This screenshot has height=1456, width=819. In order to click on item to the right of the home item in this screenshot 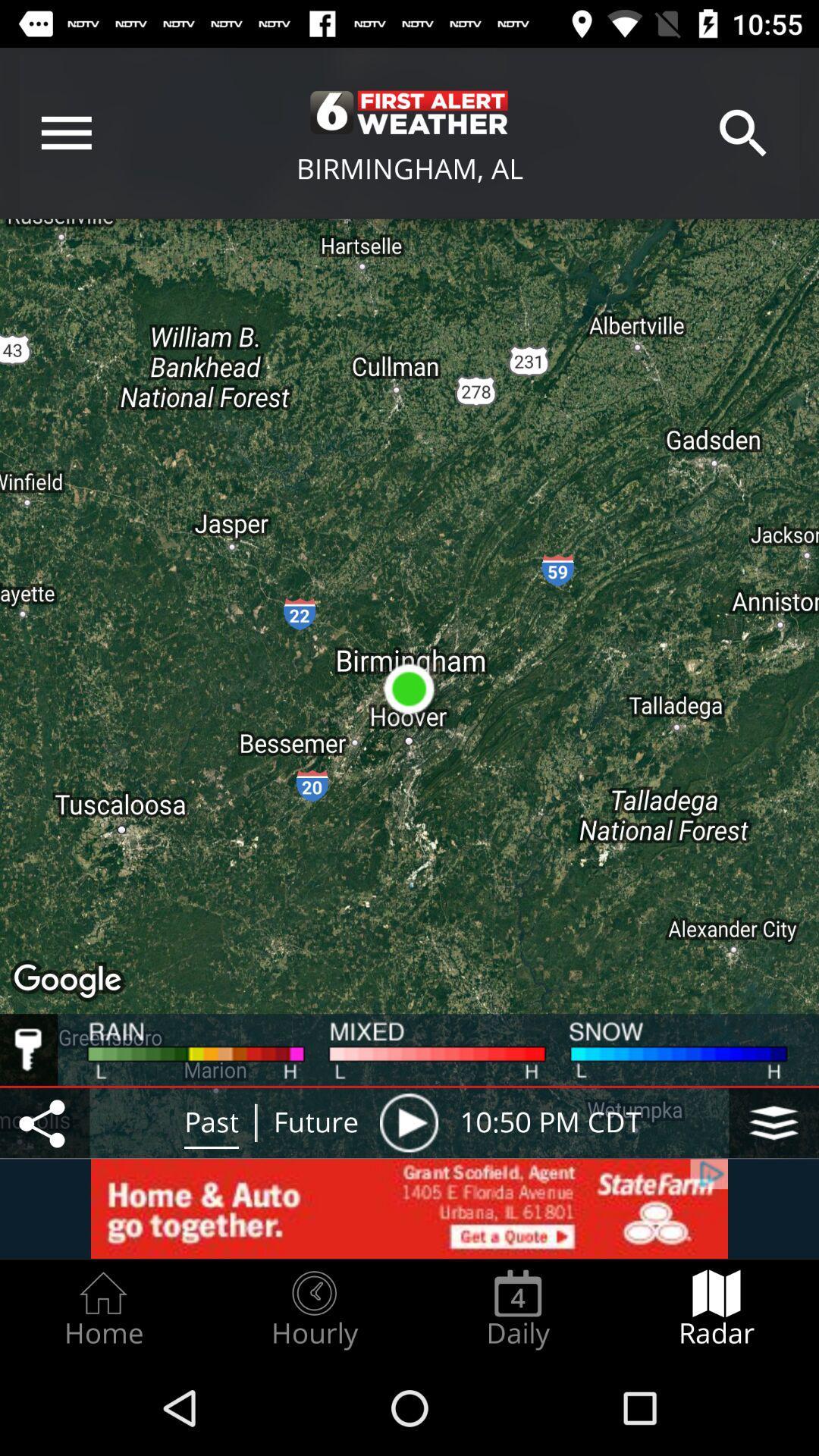, I will do `click(313, 1309)`.